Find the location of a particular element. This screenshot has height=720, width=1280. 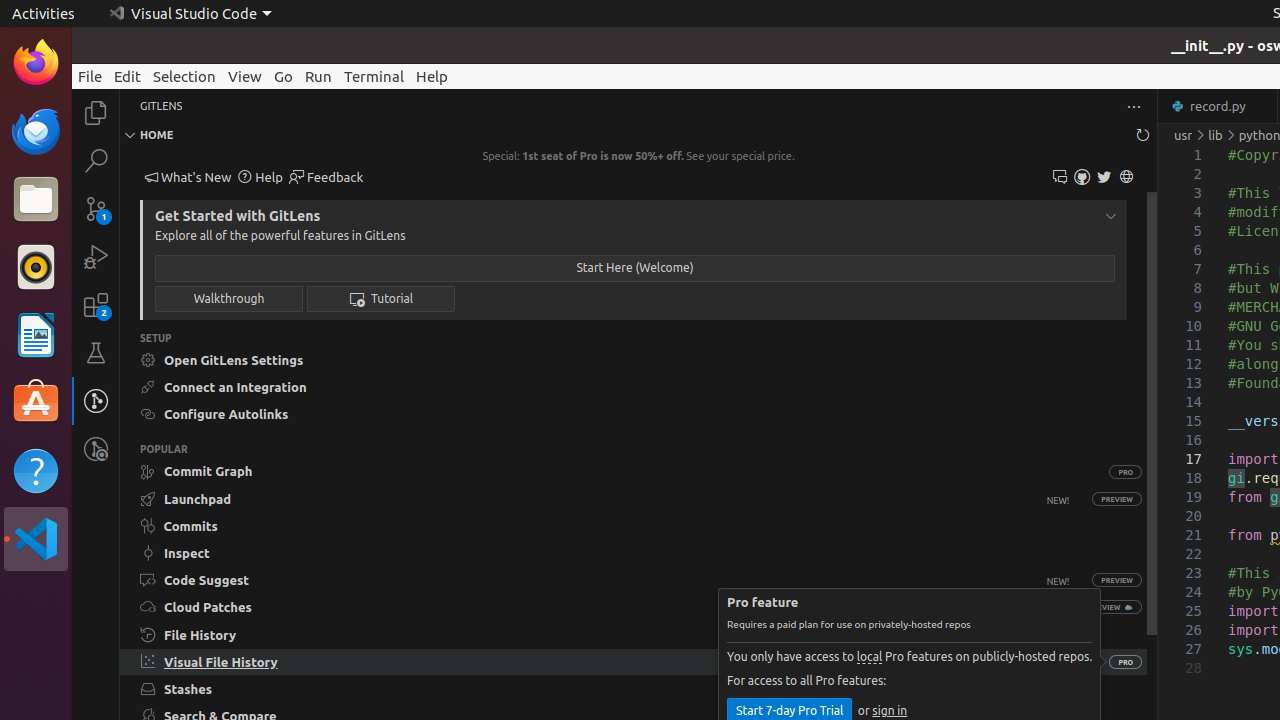

'Feedback' is located at coordinates (326, 176).